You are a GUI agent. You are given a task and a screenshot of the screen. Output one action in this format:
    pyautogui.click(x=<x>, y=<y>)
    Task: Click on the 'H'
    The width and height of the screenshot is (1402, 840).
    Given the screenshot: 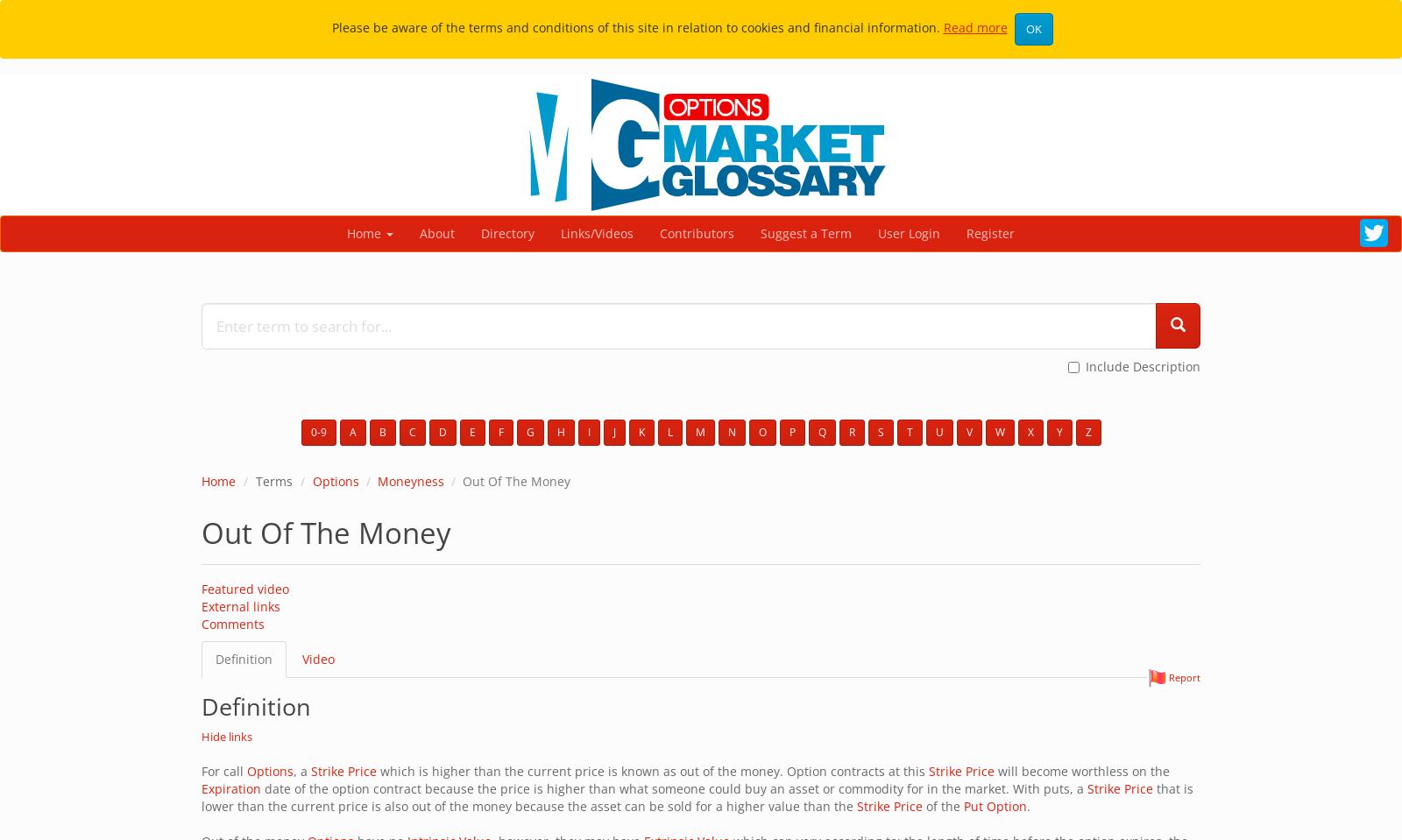 What is the action you would take?
    pyautogui.click(x=556, y=431)
    